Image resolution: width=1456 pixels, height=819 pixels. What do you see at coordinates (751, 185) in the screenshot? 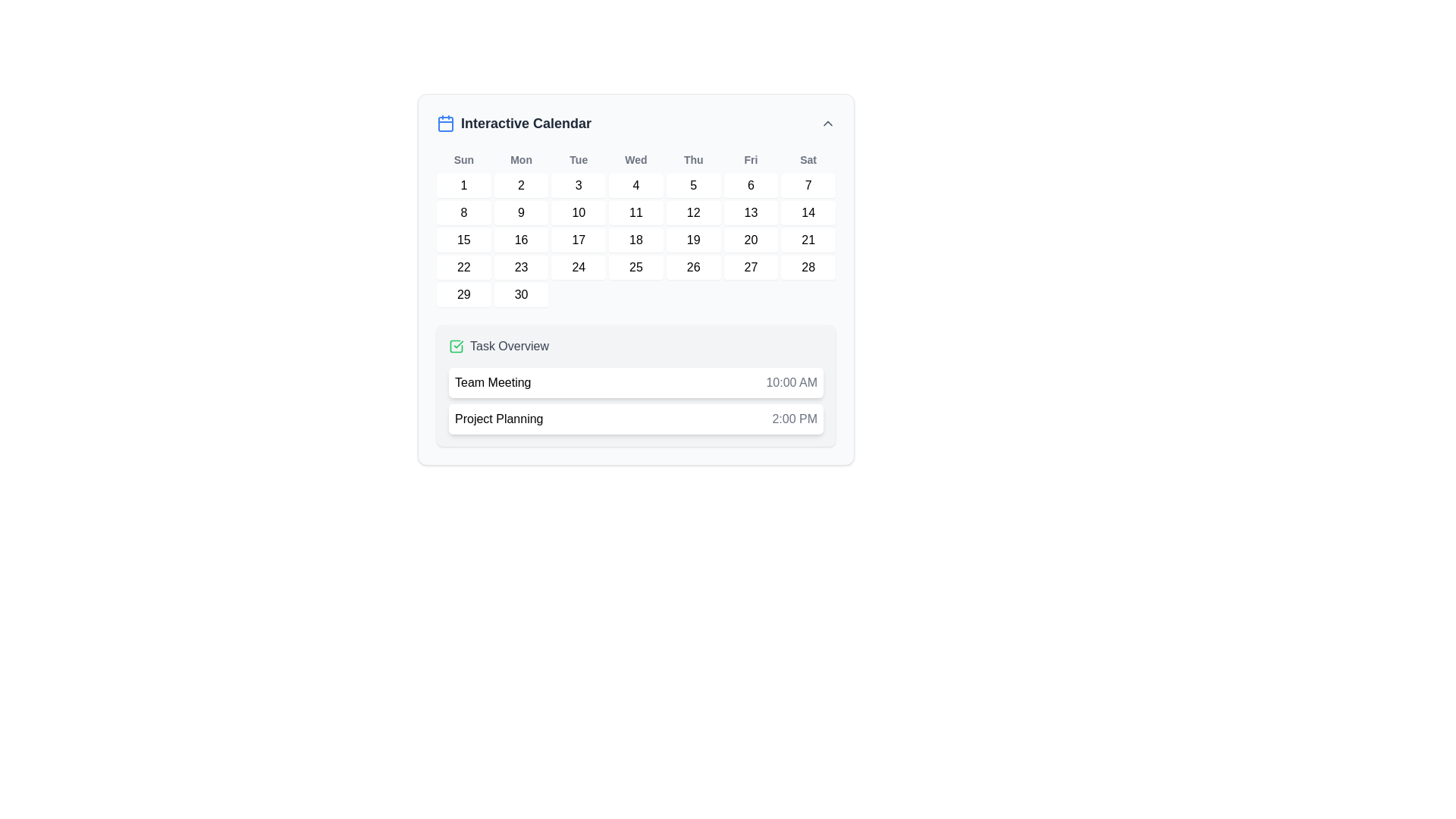
I see `the square-shaped button with the number '6' centered inside it, which is the sixth item in the first row under the 'Fri' header` at bounding box center [751, 185].